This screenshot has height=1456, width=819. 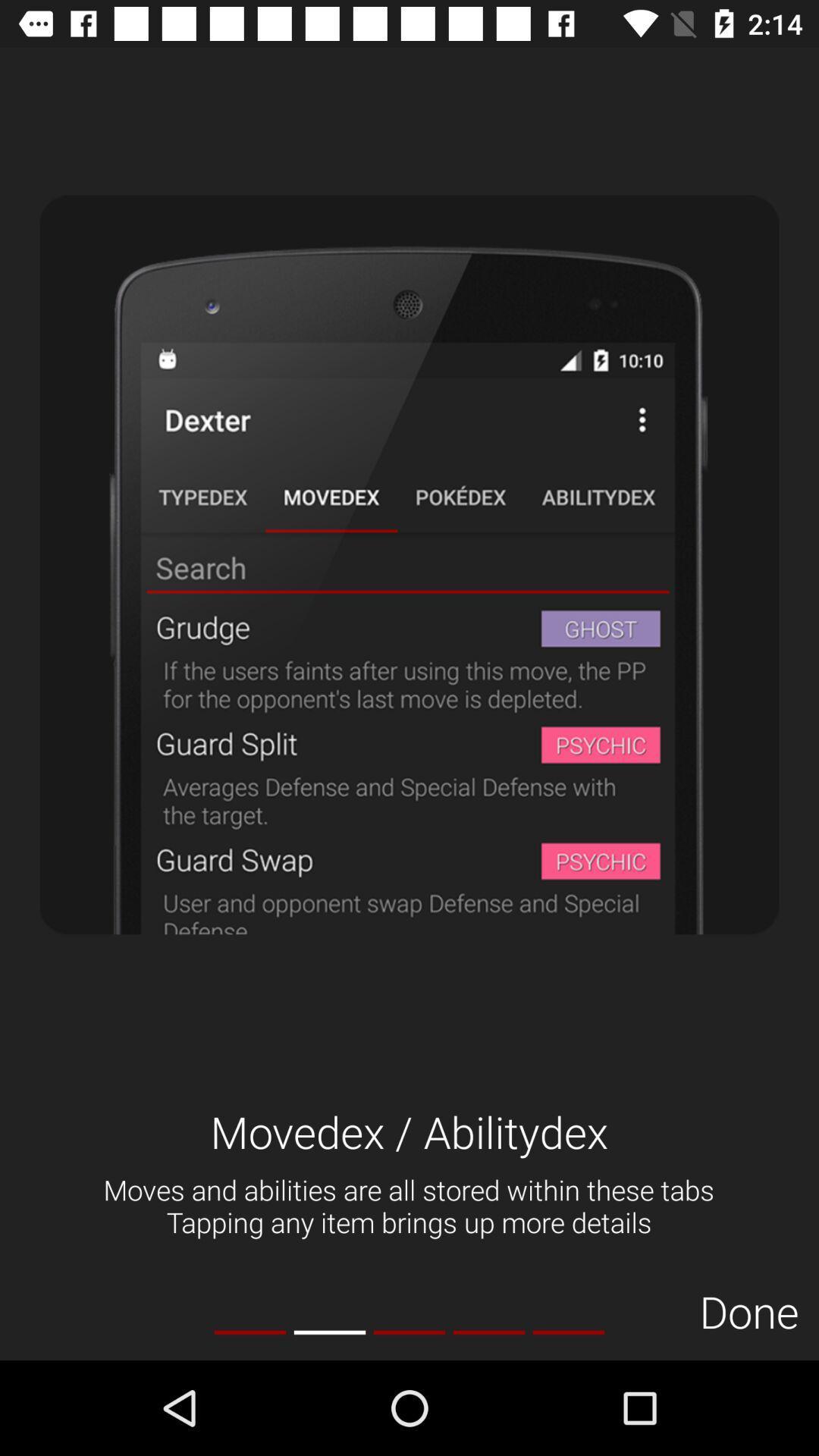 What do you see at coordinates (329, 1332) in the screenshot?
I see `the minus icon` at bounding box center [329, 1332].